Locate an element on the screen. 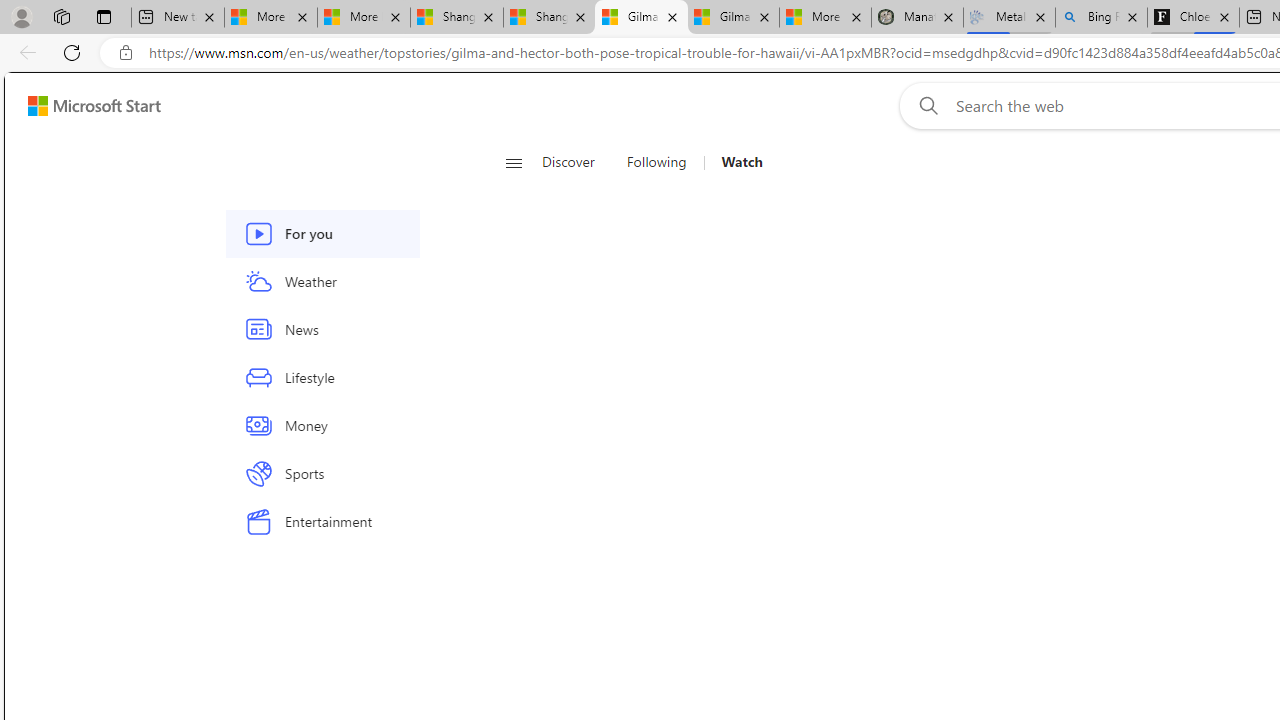 Image resolution: width=1280 pixels, height=720 pixels. 'Discover' is located at coordinates (567, 162).